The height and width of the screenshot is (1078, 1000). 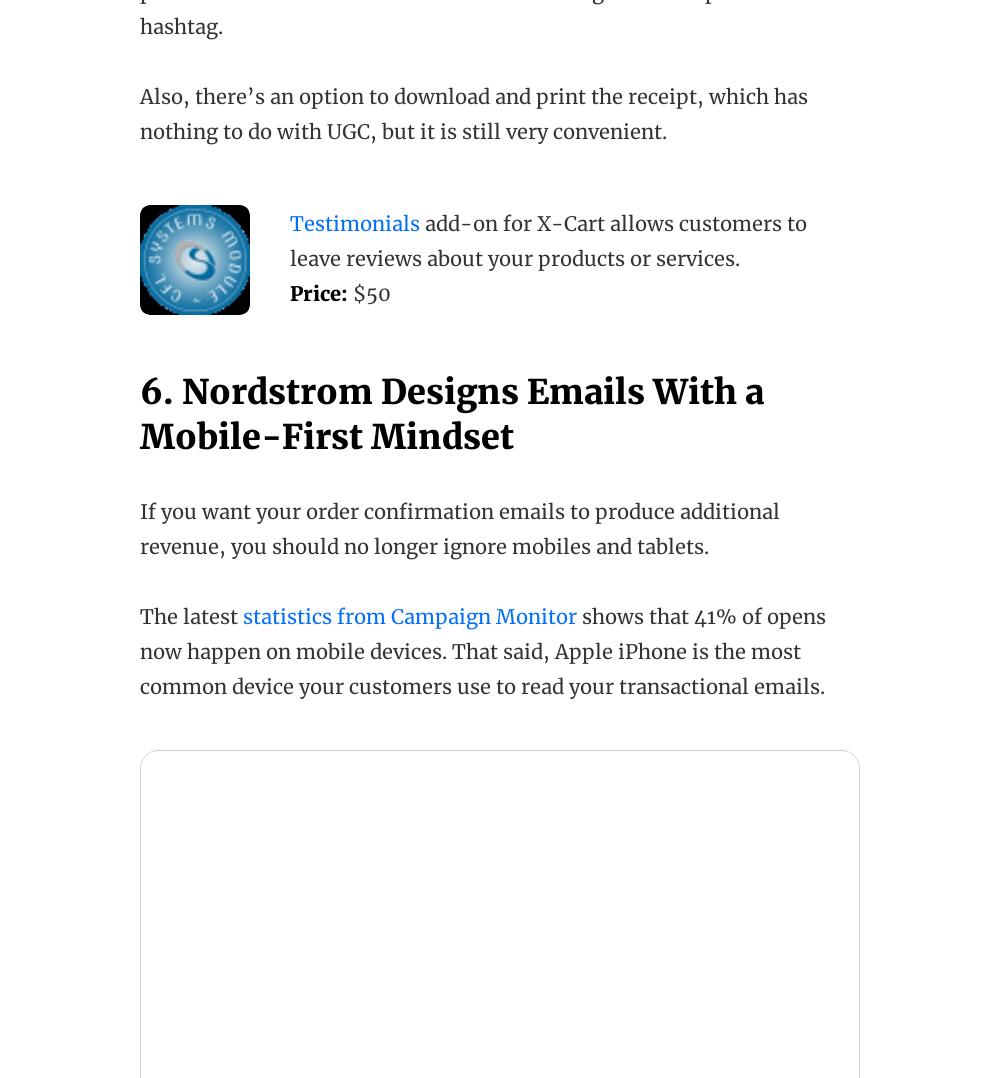 What do you see at coordinates (354, 223) in the screenshot?
I see `'Testimonials'` at bounding box center [354, 223].